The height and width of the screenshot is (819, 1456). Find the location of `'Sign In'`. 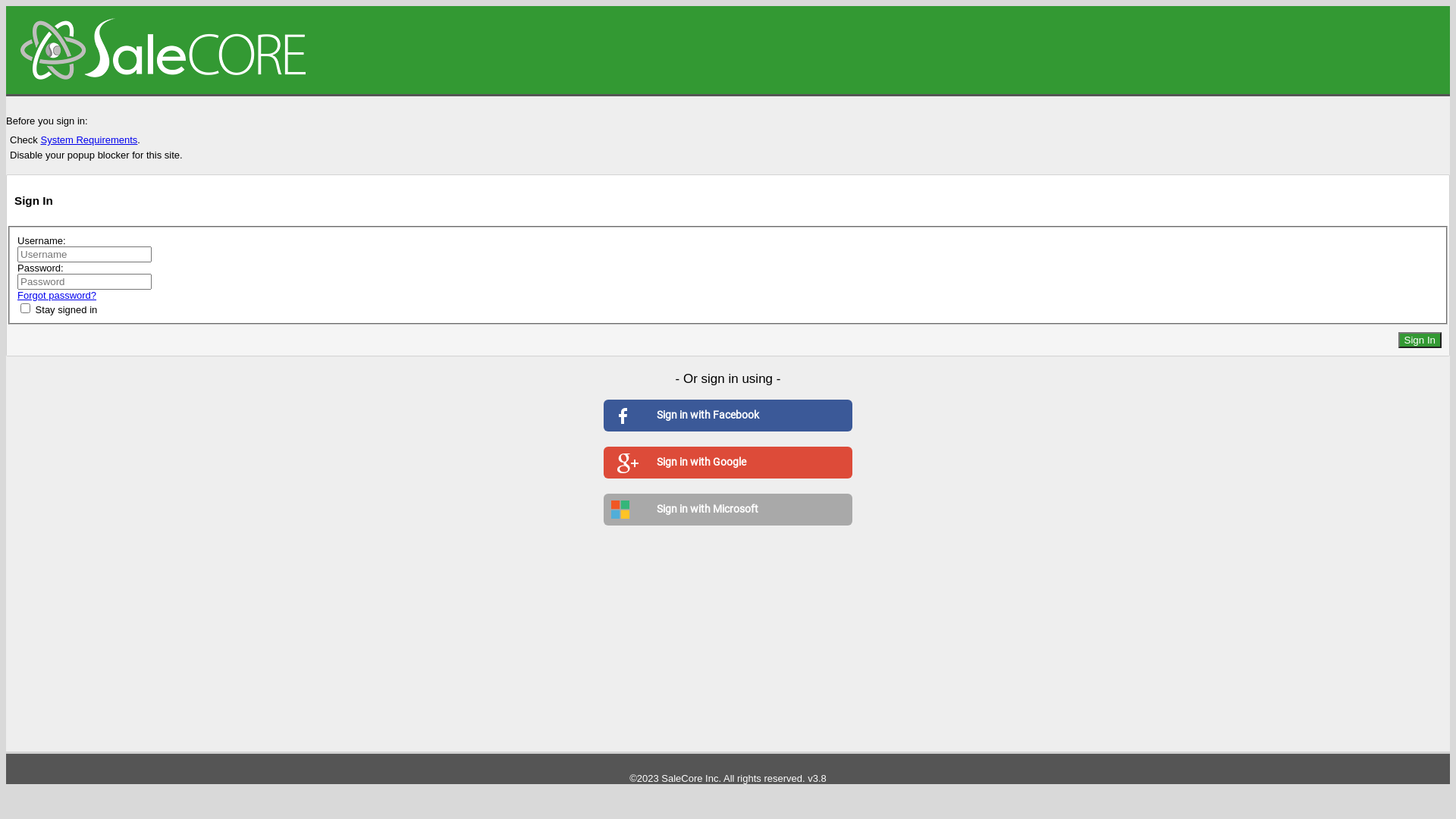

'Sign In' is located at coordinates (1397, 339).